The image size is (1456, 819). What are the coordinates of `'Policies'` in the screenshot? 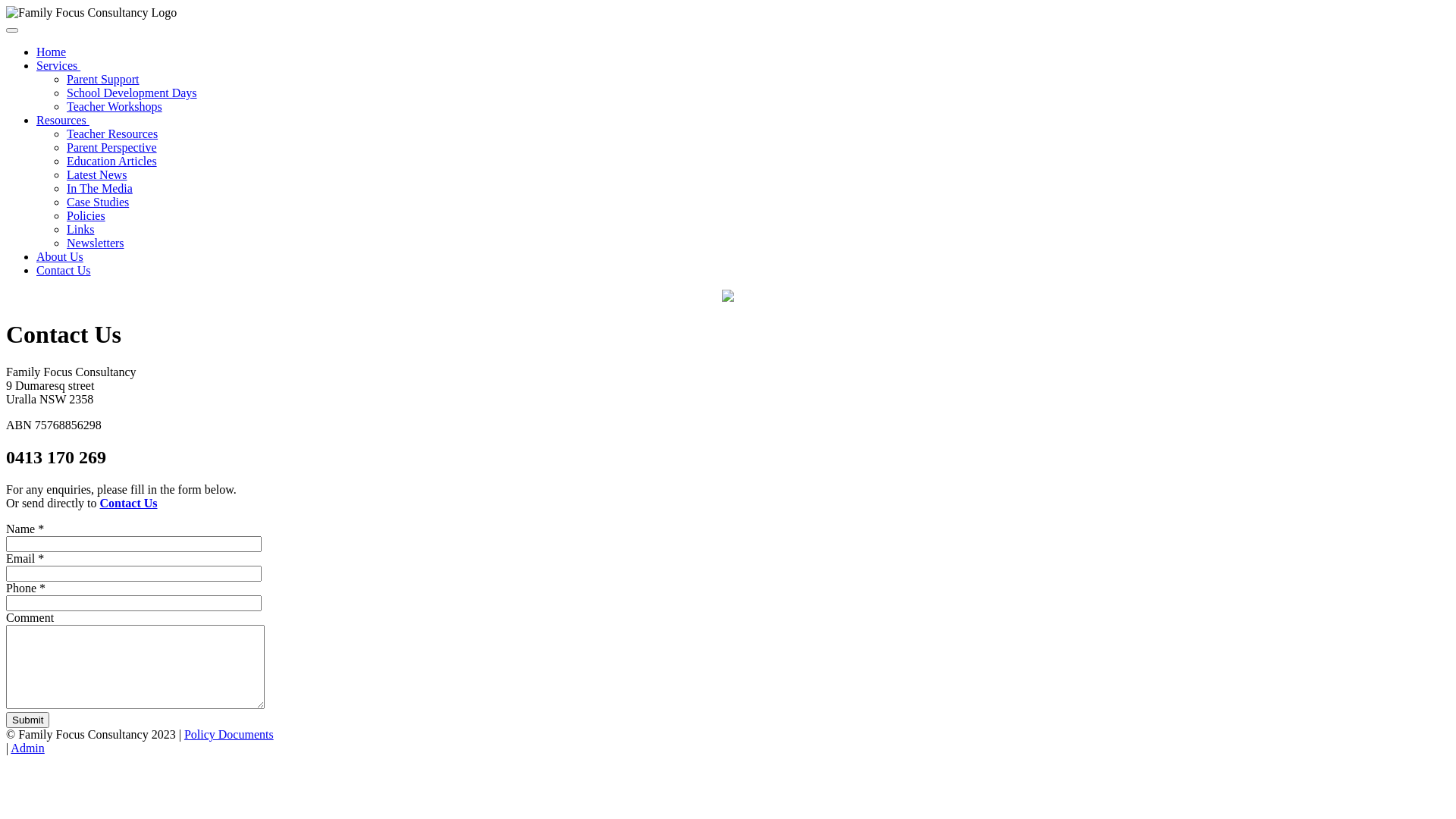 It's located at (85, 215).